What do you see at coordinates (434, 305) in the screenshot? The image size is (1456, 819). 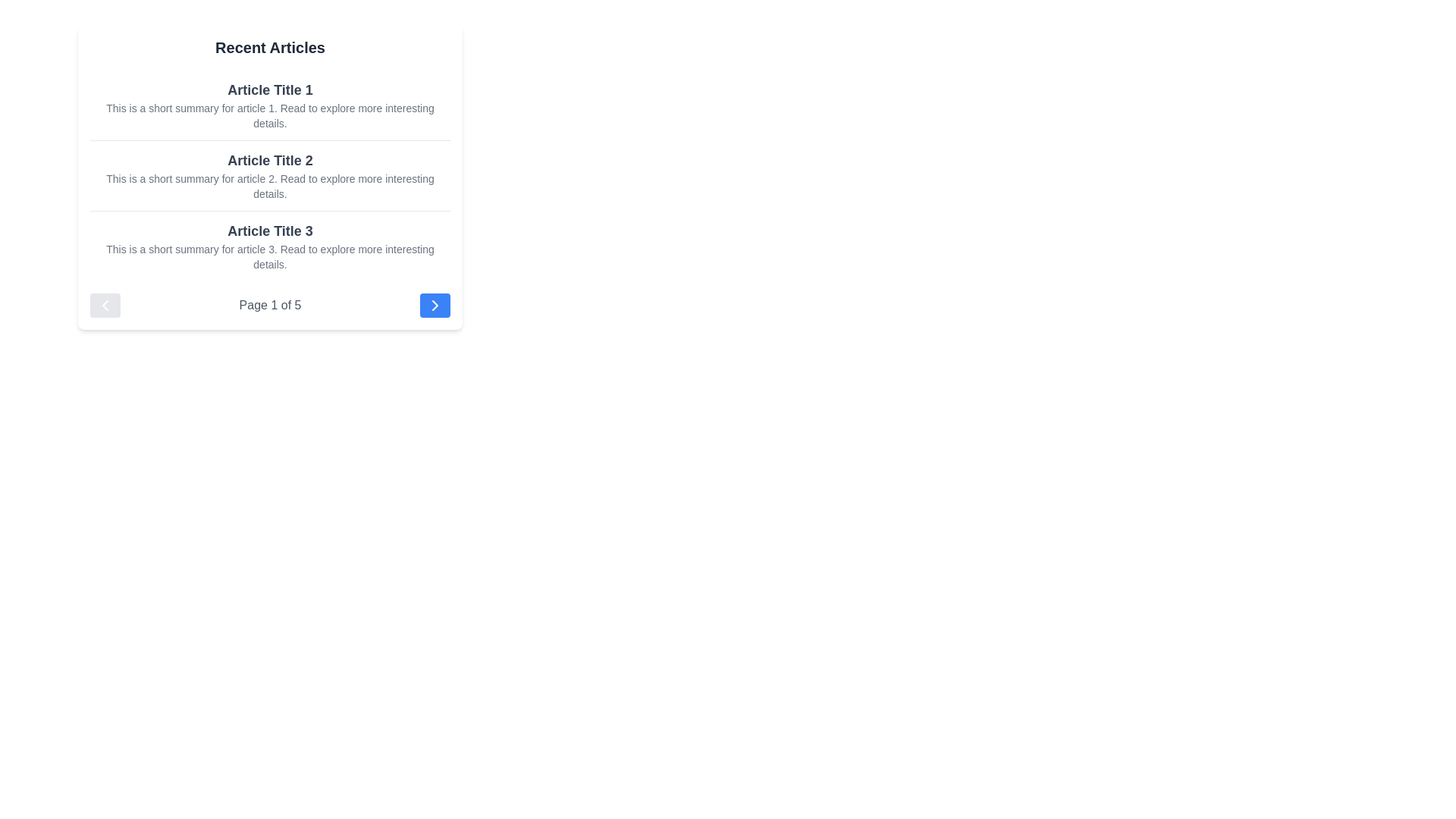 I see `the Icon button located in the bottom-right corner of the card` at bounding box center [434, 305].